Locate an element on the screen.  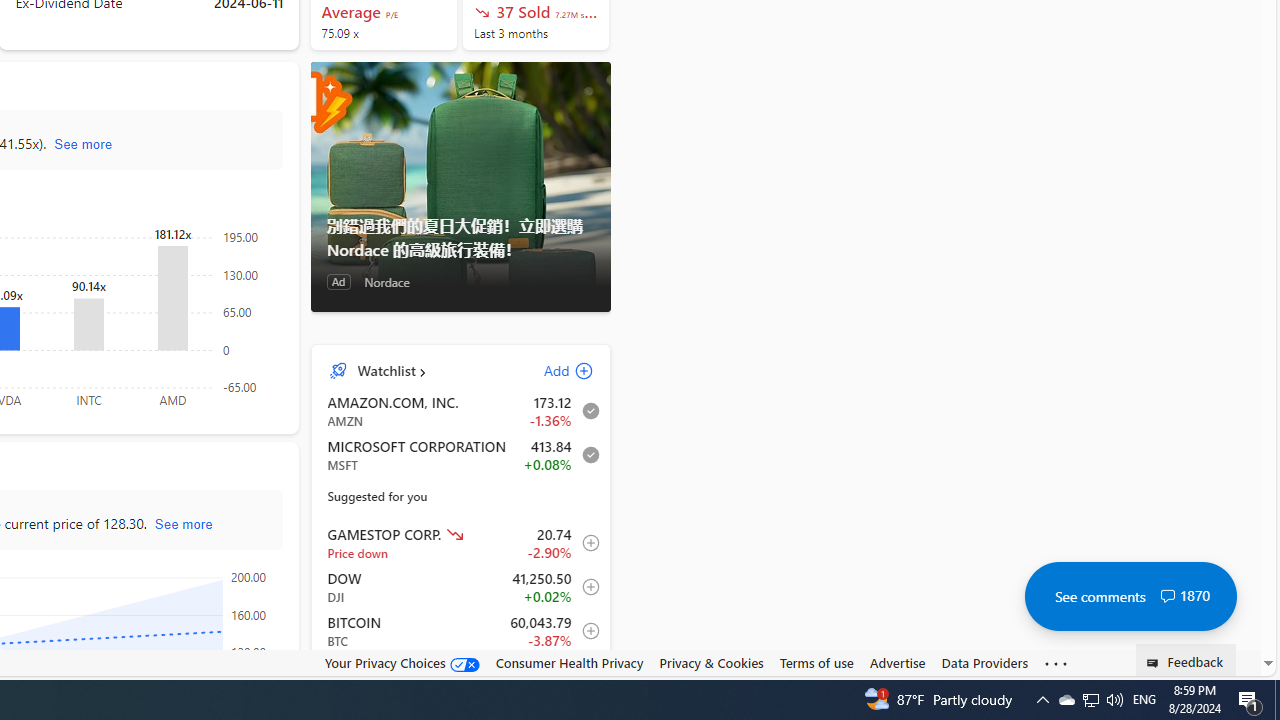
'Terms of use' is located at coordinates (816, 662).